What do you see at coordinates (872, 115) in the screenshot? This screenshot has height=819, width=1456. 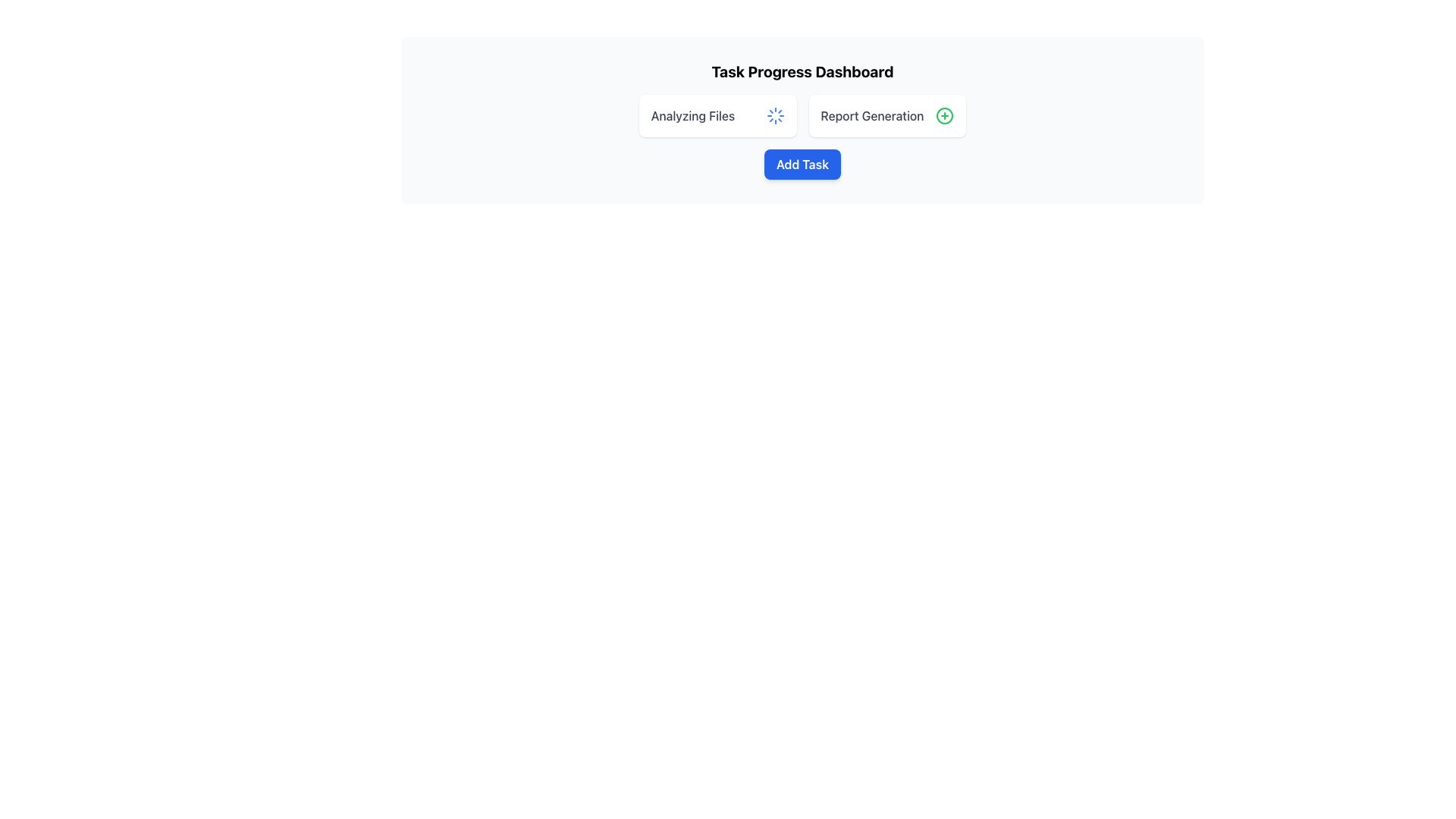 I see `the 'Report Generation' text label` at bounding box center [872, 115].